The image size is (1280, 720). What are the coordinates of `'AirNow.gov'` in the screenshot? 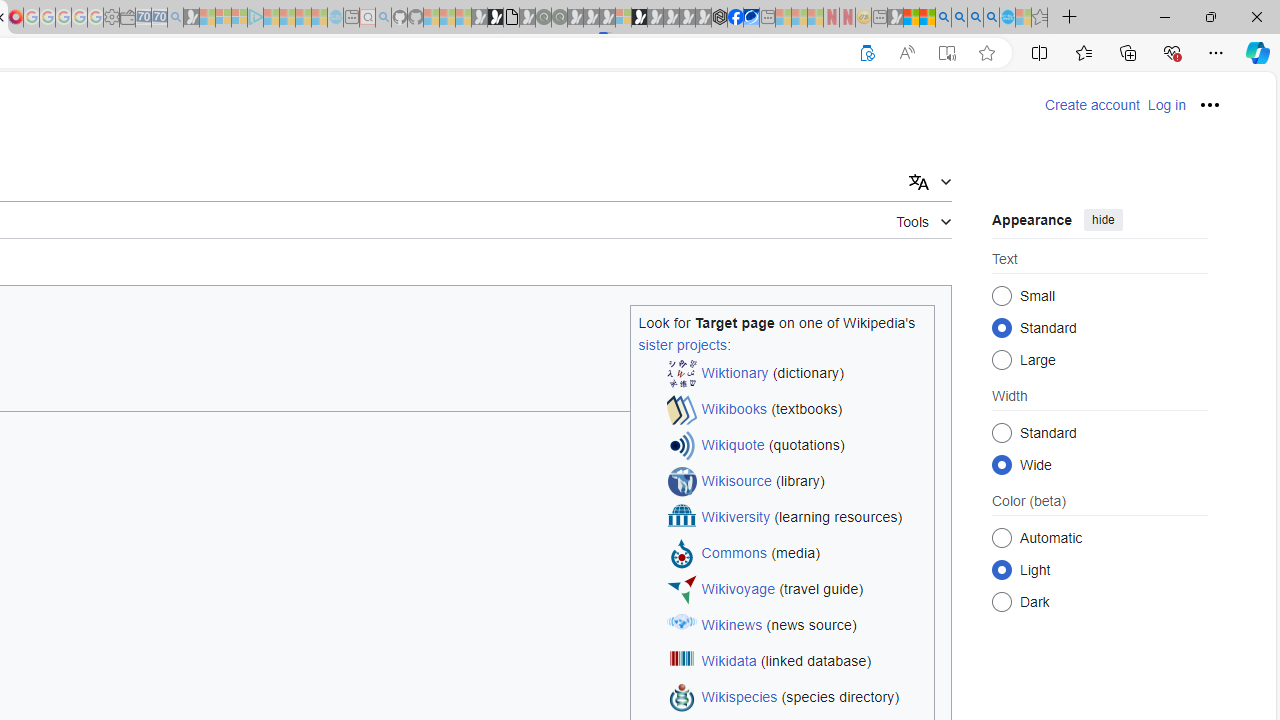 It's located at (750, 17).